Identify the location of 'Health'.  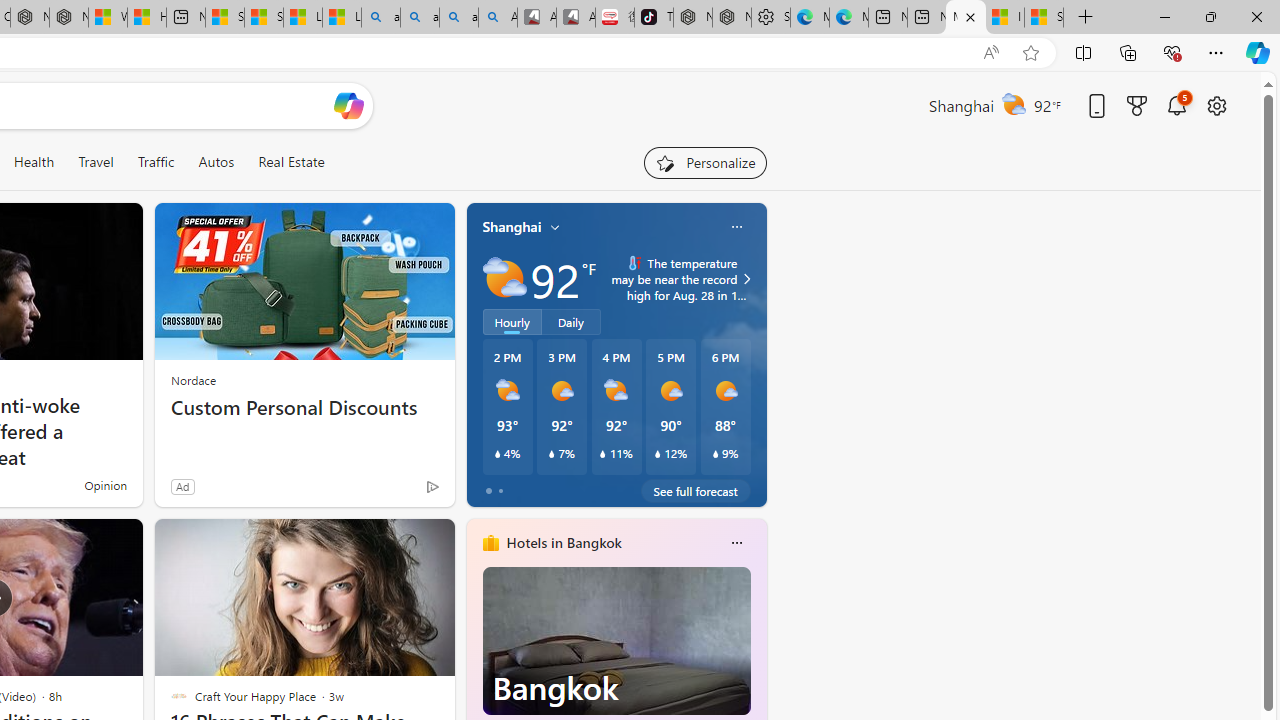
(34, 161).